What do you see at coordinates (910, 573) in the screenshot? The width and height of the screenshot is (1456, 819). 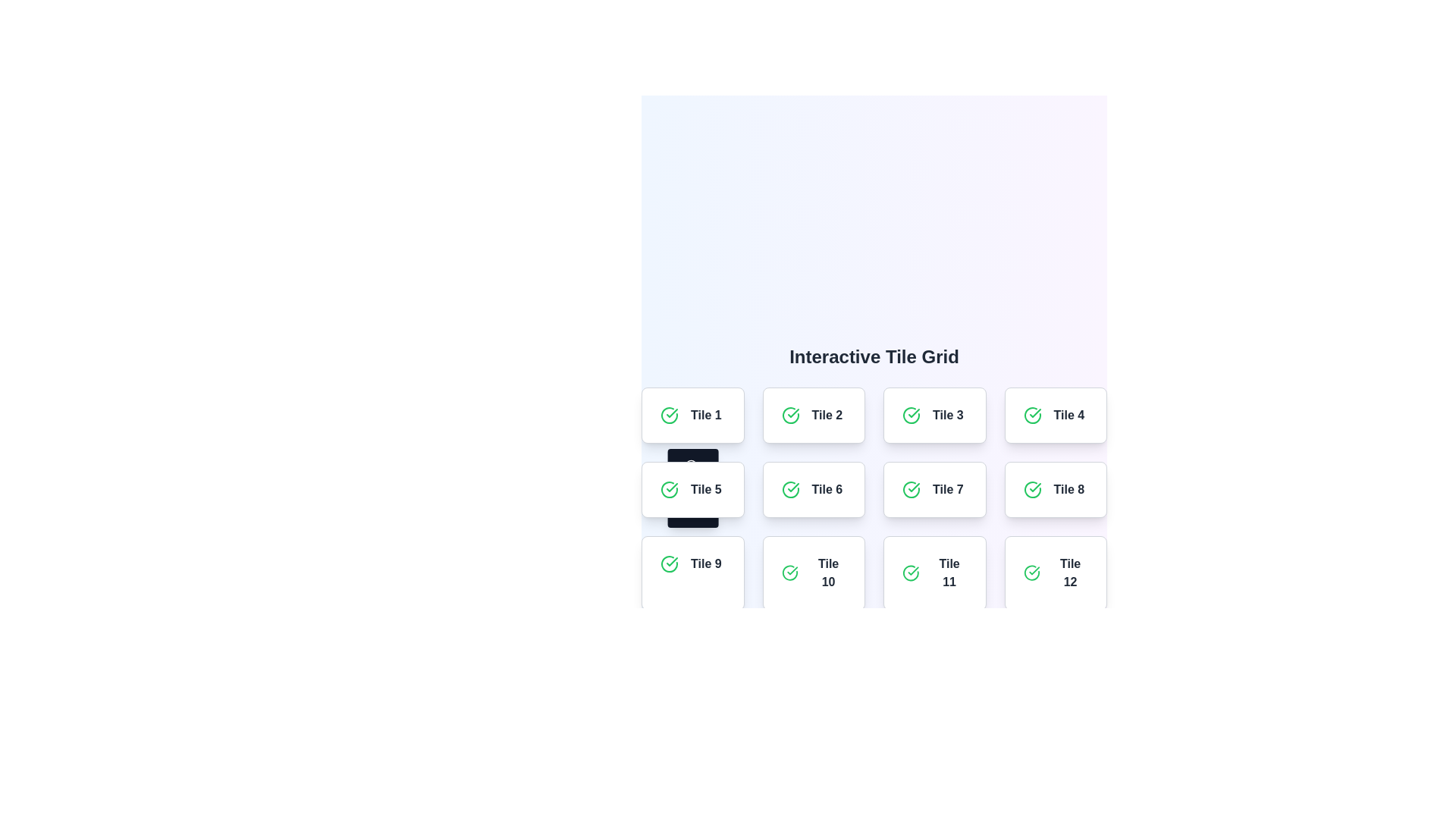 I see `the circular success icon located at the center of 'Tile 11' card in the third row of the grid` at bounding box center [910, 573].